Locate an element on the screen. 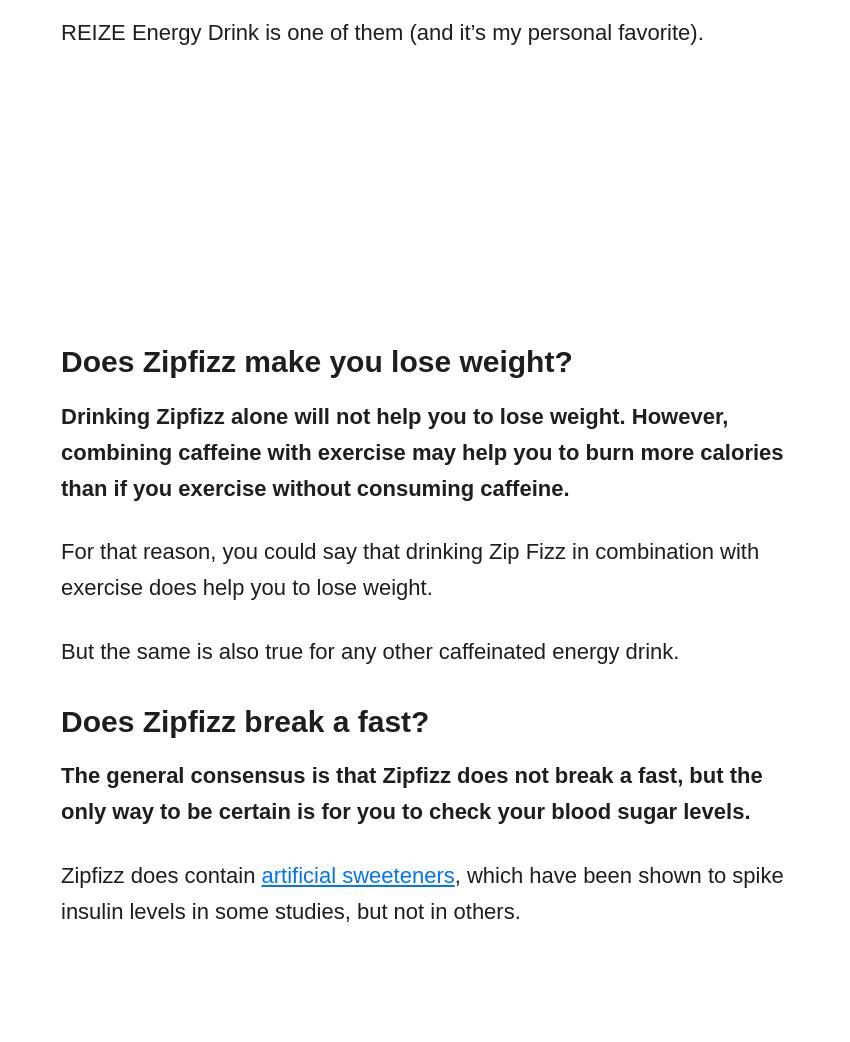  'The general consensus is that Zipfizz does not break a fast, but the only way to be certain is for you to check your blood sugar levels.' is located at coordinates (411, 793).